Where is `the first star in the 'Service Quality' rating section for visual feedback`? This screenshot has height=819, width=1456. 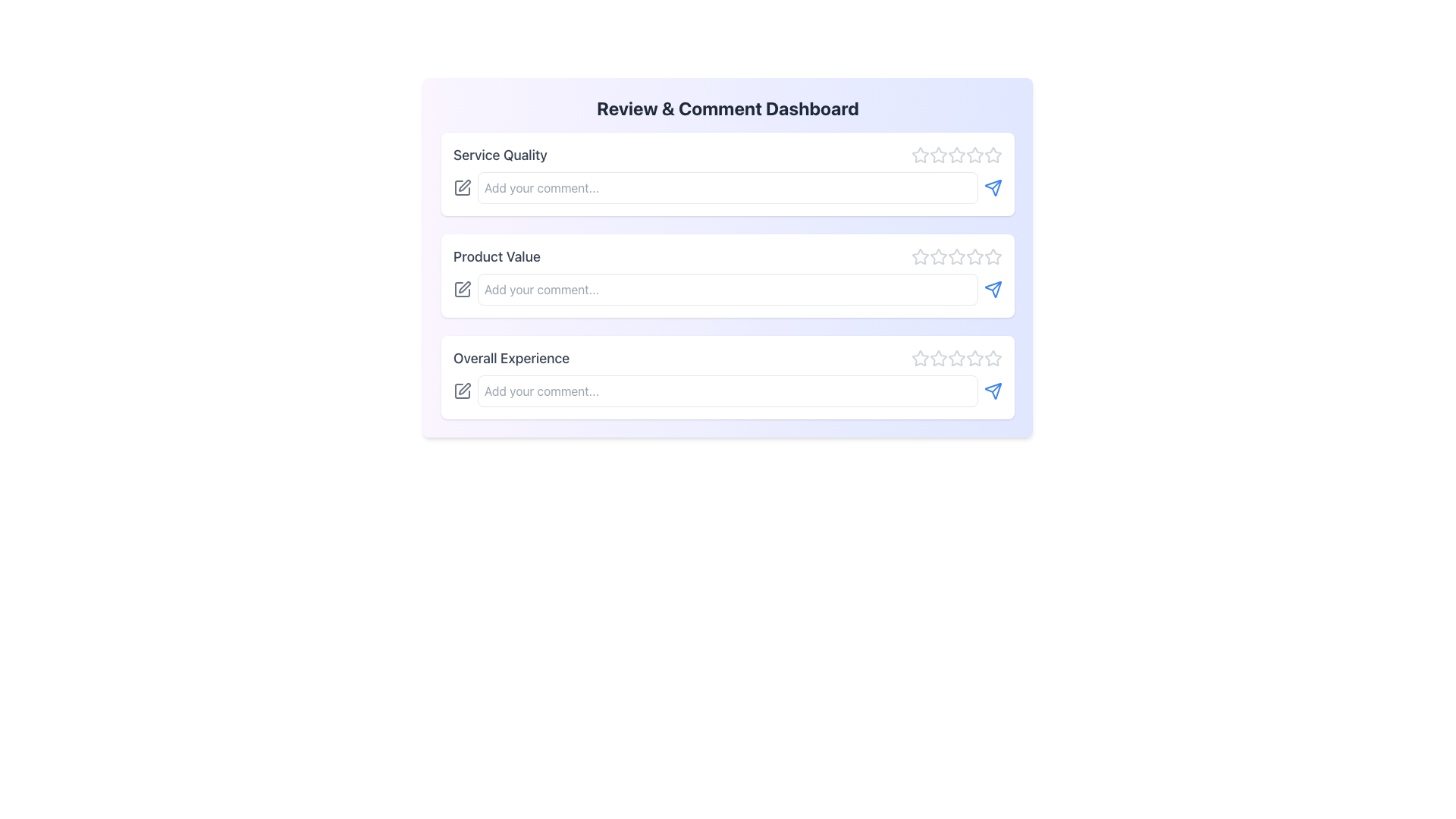
the first star in the 'Service Quality' rating section for visual feedback is located at coordinates (920, 155).